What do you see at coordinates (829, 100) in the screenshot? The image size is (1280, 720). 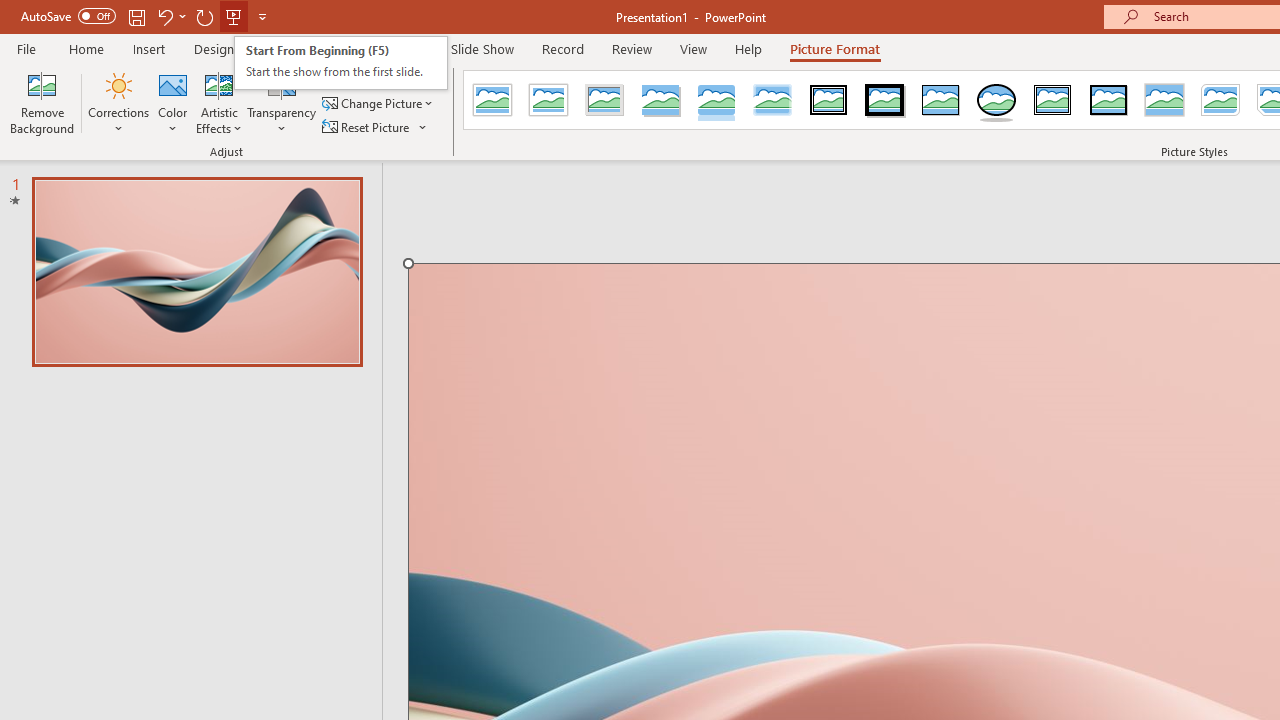 I see `'Double Frame, Black'` at bounding box center [829, 100].